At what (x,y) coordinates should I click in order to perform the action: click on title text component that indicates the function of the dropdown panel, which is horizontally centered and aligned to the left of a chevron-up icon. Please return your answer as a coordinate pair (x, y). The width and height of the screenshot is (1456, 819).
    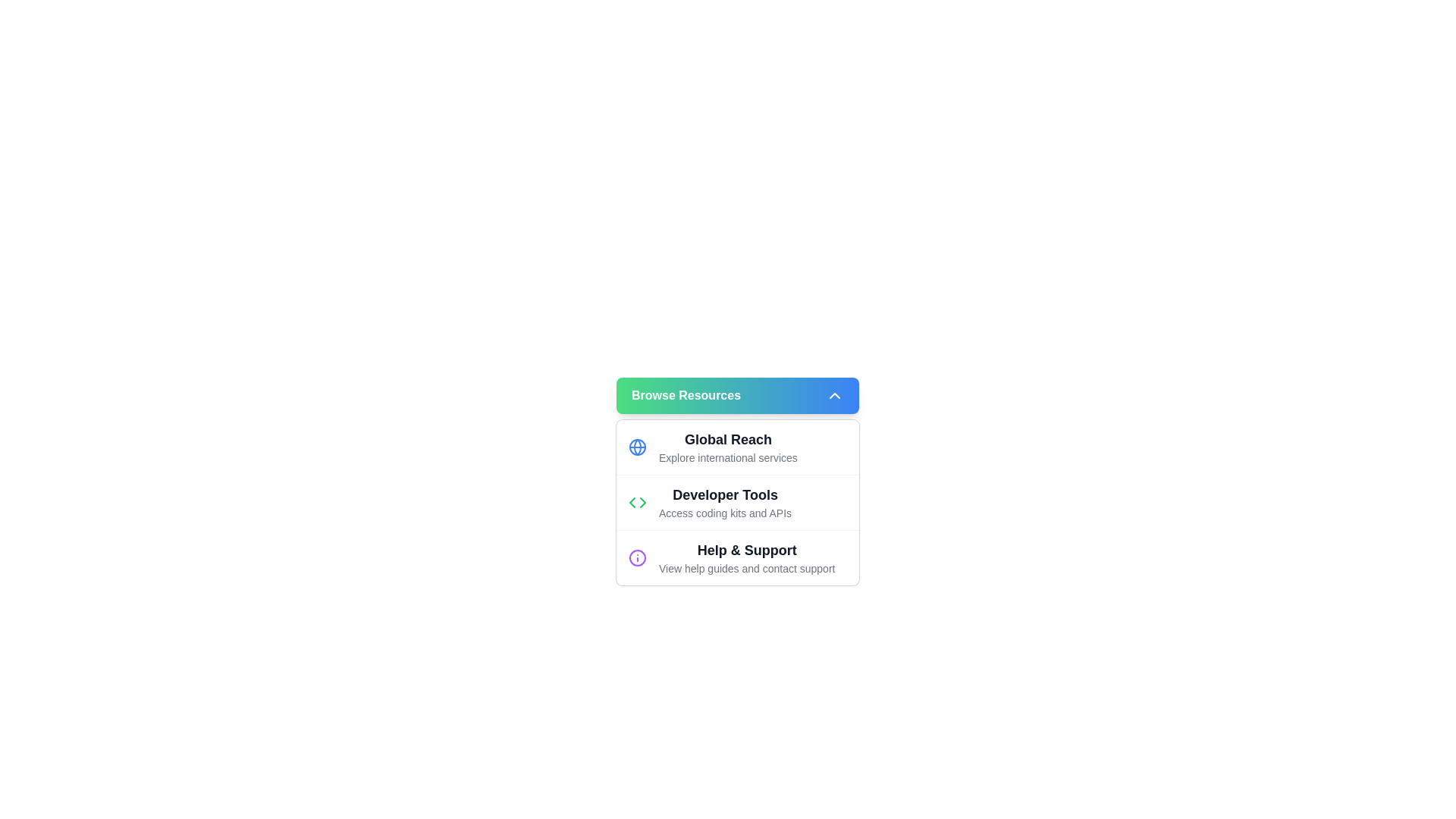
    Looking at the image, I should click on (686, 394).